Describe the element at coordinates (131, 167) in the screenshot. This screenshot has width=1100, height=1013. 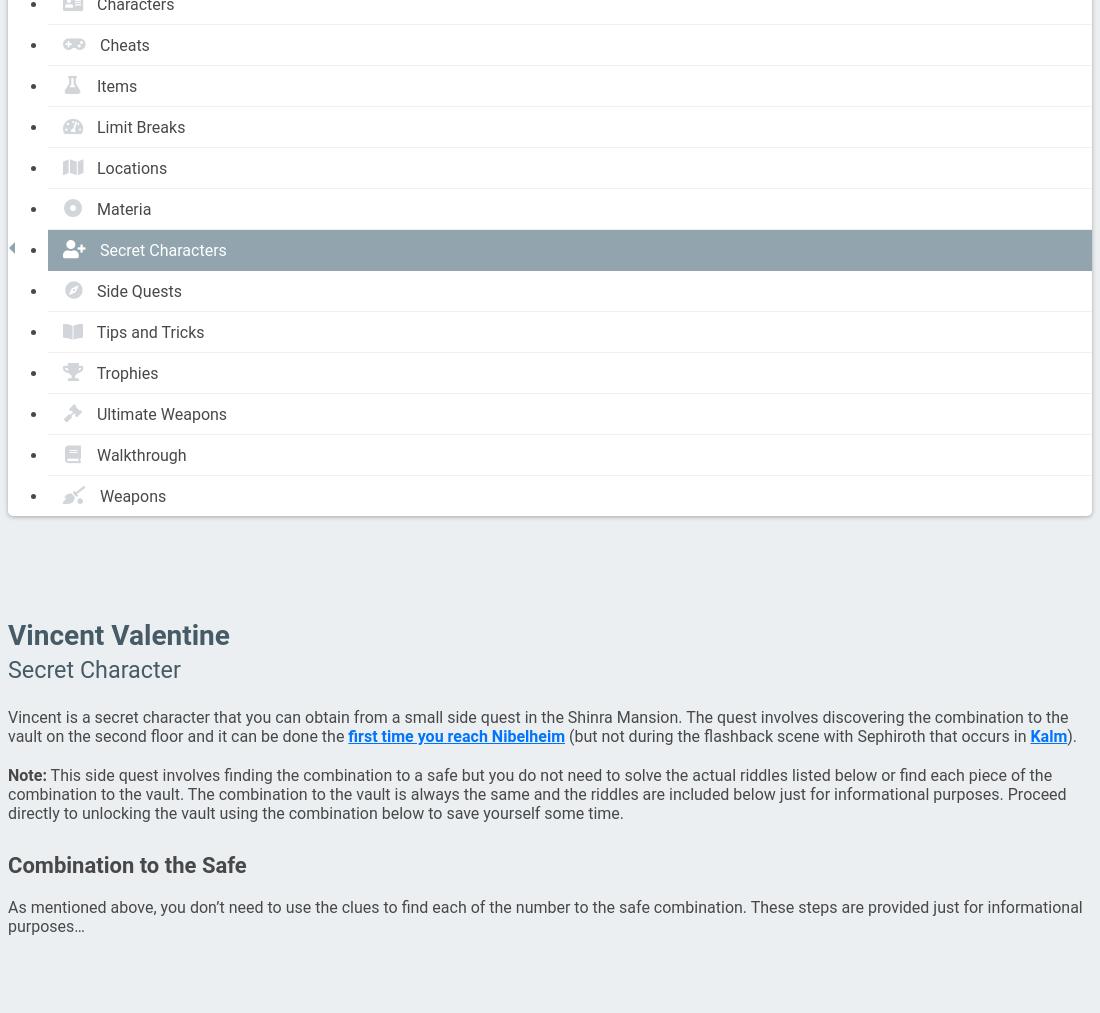
I see `'Locations'` at that location.